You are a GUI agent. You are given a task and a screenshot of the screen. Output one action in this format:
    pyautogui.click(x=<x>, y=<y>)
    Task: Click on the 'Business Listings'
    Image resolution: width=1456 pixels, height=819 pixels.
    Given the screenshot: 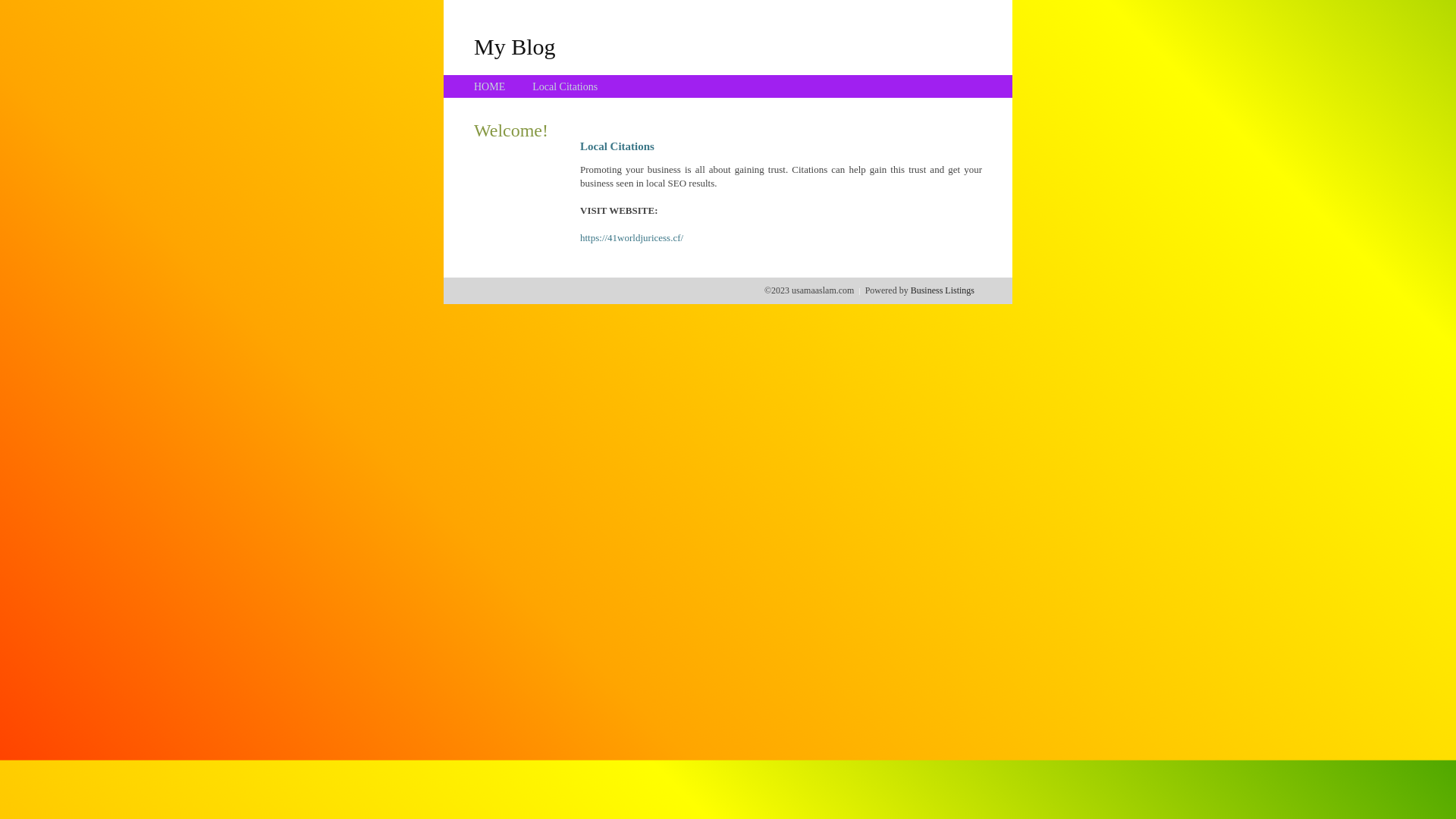 What is the action you would take?
    pyautogui.click(x=942, y=290)
    